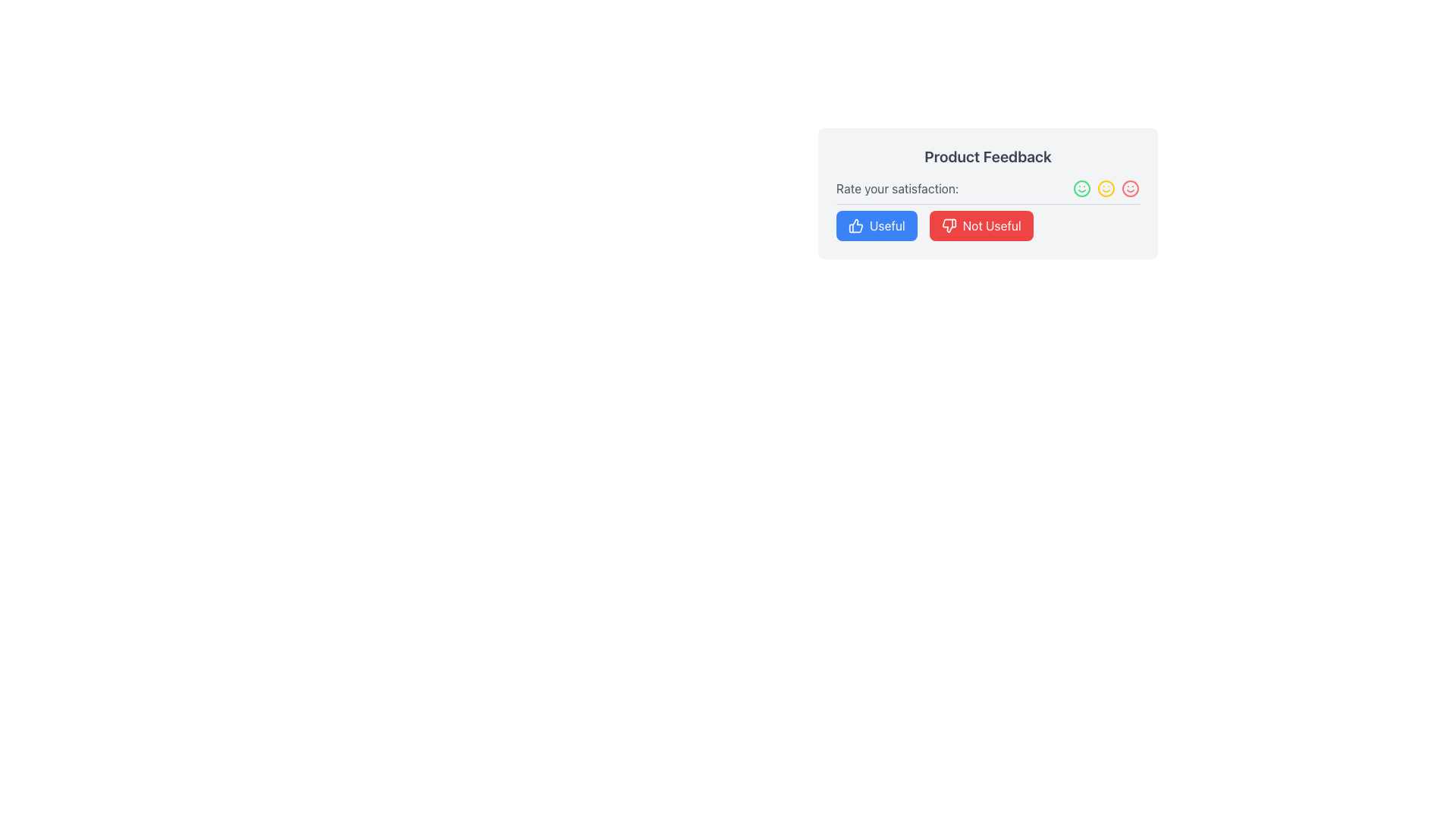 The height and width of the screenshot is (819, 1456). What do you see at coordinates (987, 225) in the screenshot?
I see `the 'Not Useful' button in the user feedback section to indicate negative feedback` at bounding box center [987, 225].